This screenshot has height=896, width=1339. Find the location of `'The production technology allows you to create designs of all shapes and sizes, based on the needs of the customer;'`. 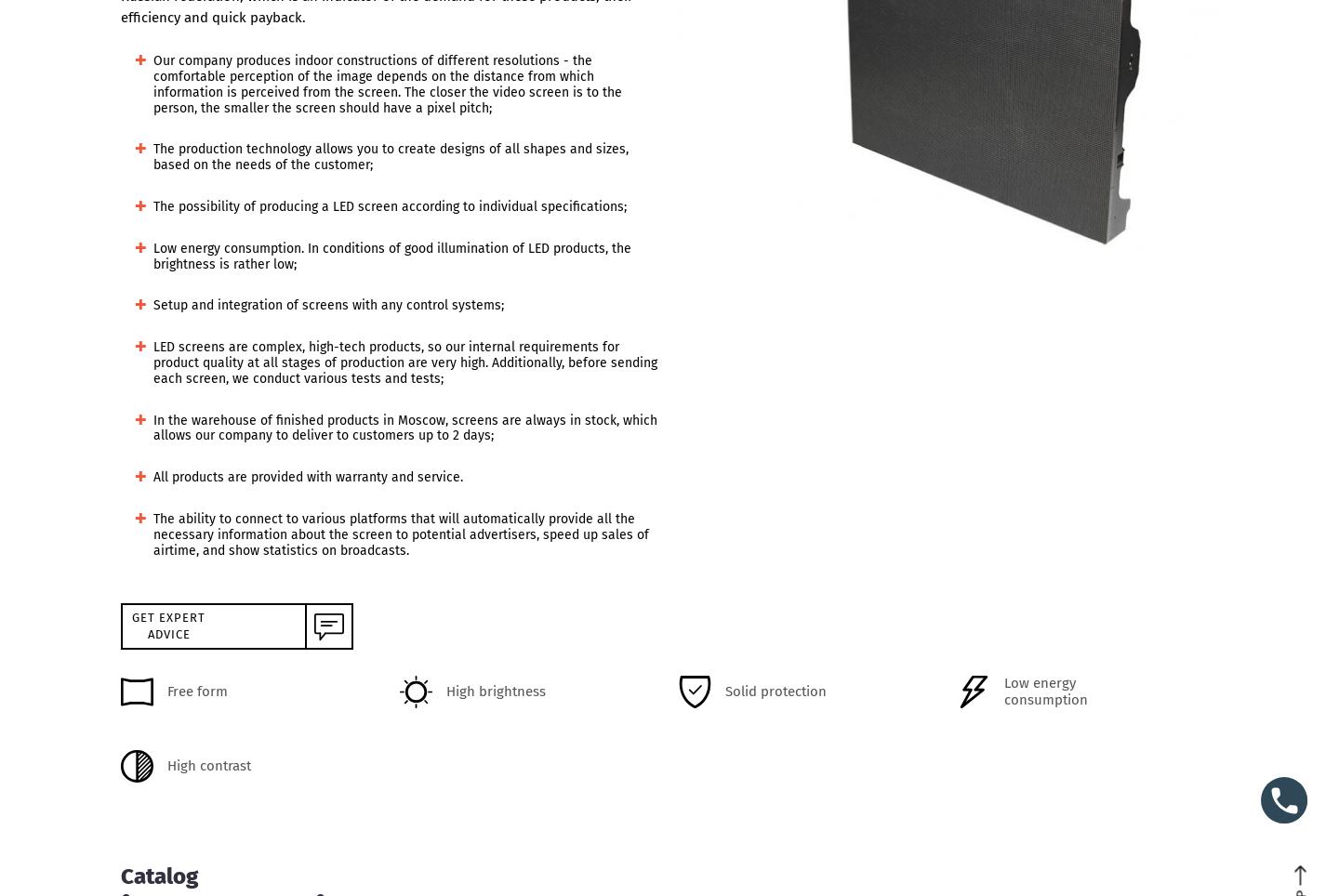

'The production technology allows you to create designs of all shapes and sizes, based on the needs of the customer;' is located at coordinates (152, 155).